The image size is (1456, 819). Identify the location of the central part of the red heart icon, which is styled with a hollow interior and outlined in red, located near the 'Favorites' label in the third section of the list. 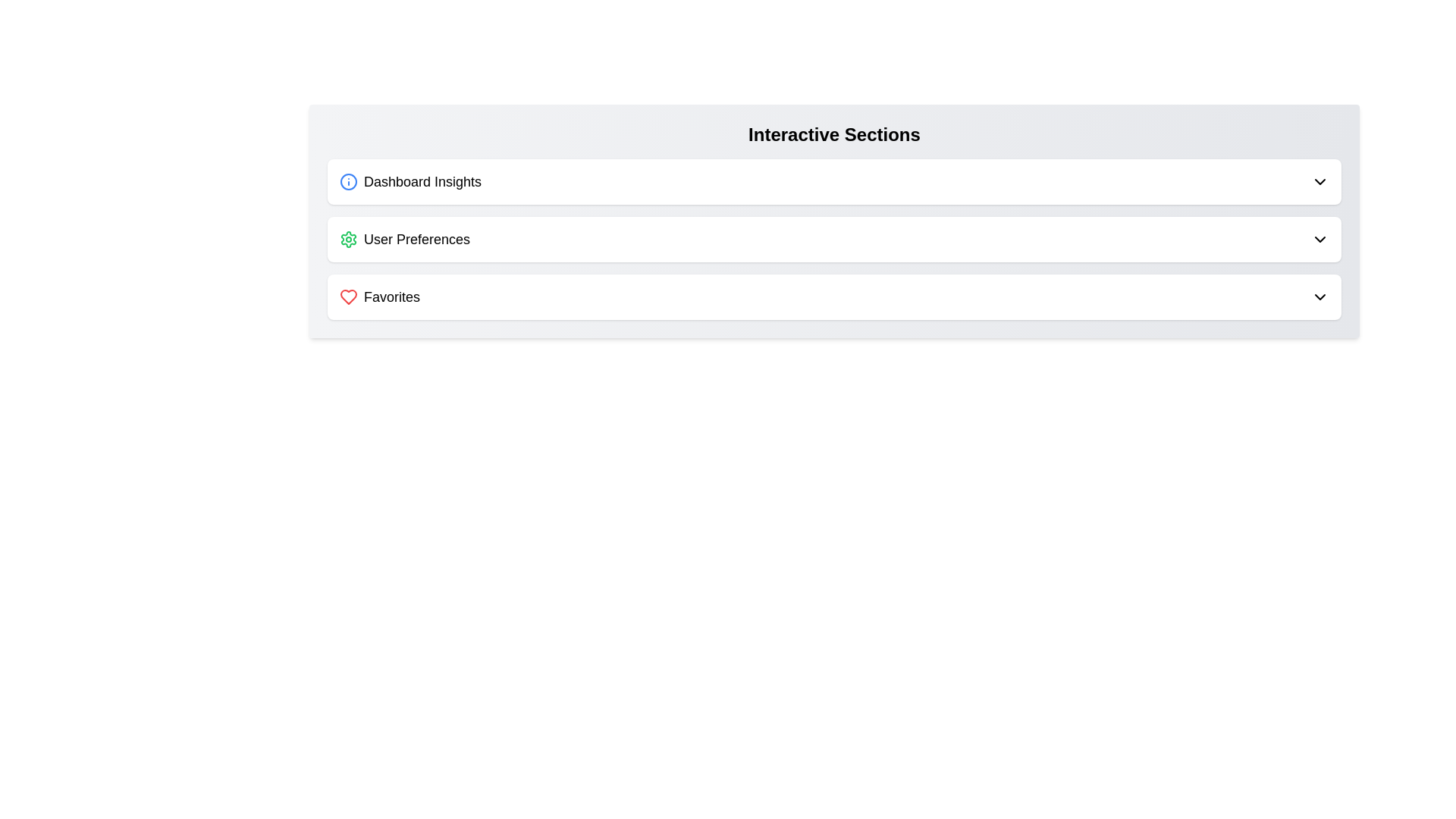
(348, 297).